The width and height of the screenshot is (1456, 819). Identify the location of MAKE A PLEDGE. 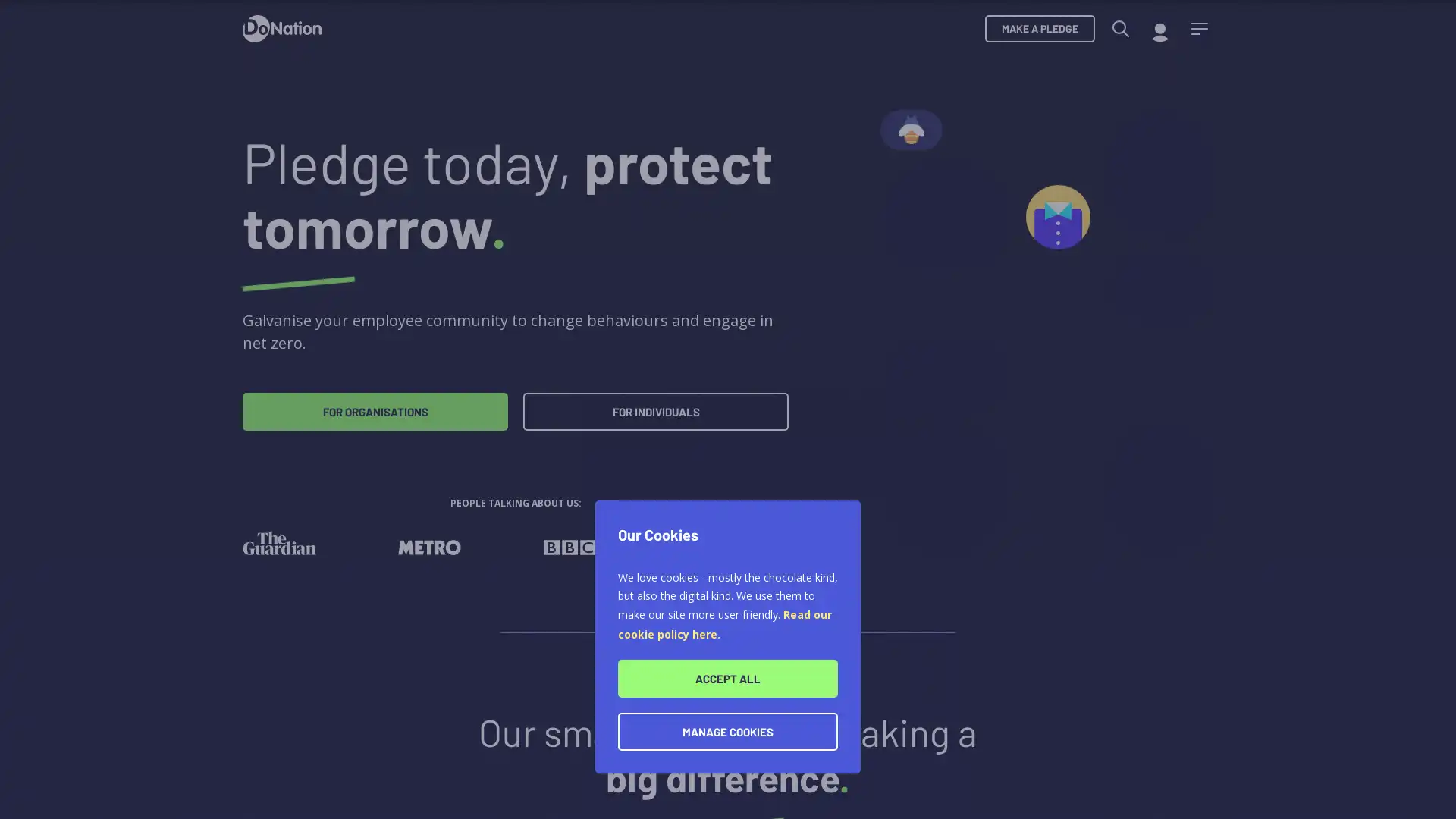
(1039, 29).